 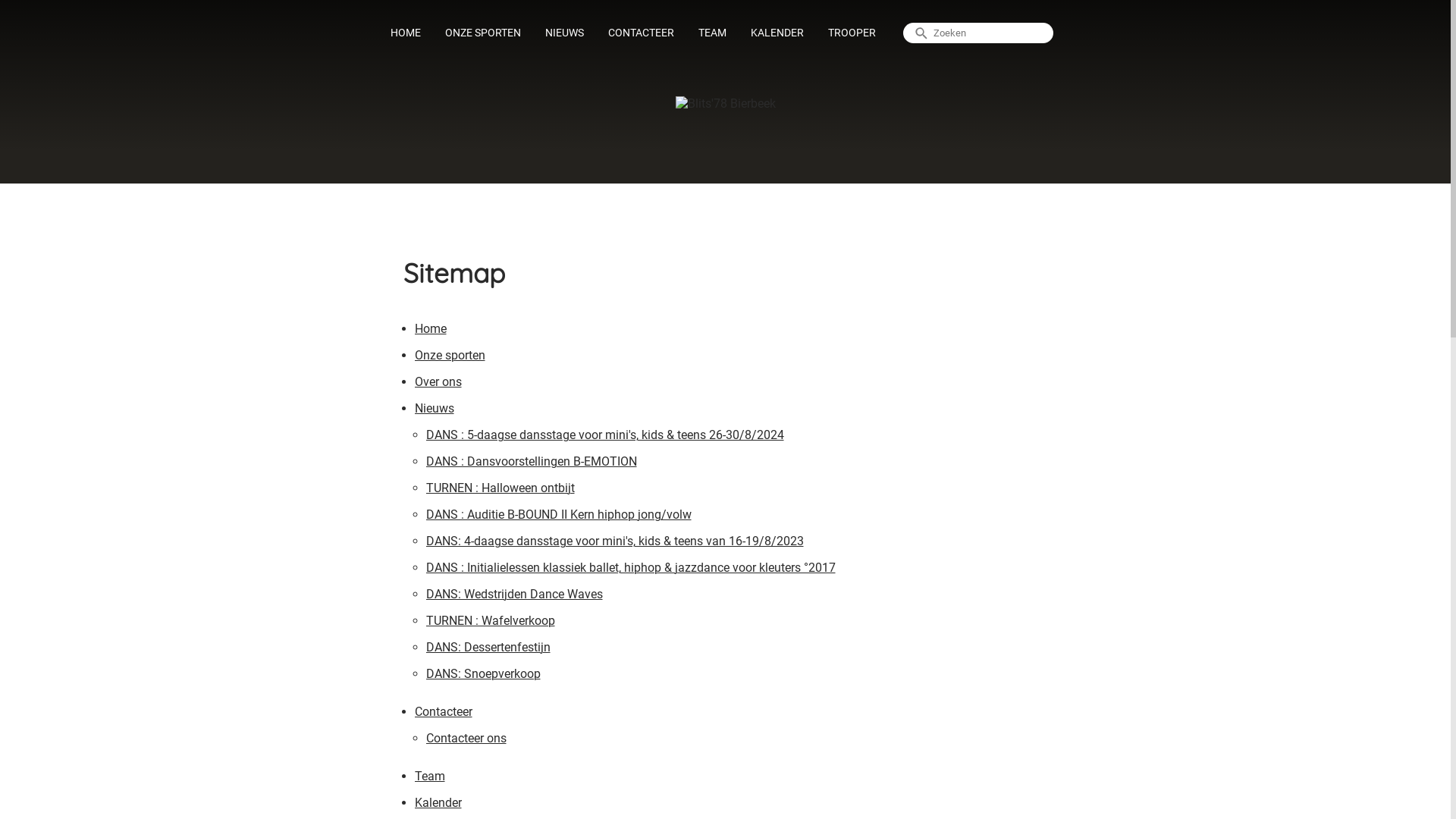 What do you see at coordinates (482, 675) in the screenshot?
I see `'DANS: Snoepverkoop'` at bounding box center [482, 675].